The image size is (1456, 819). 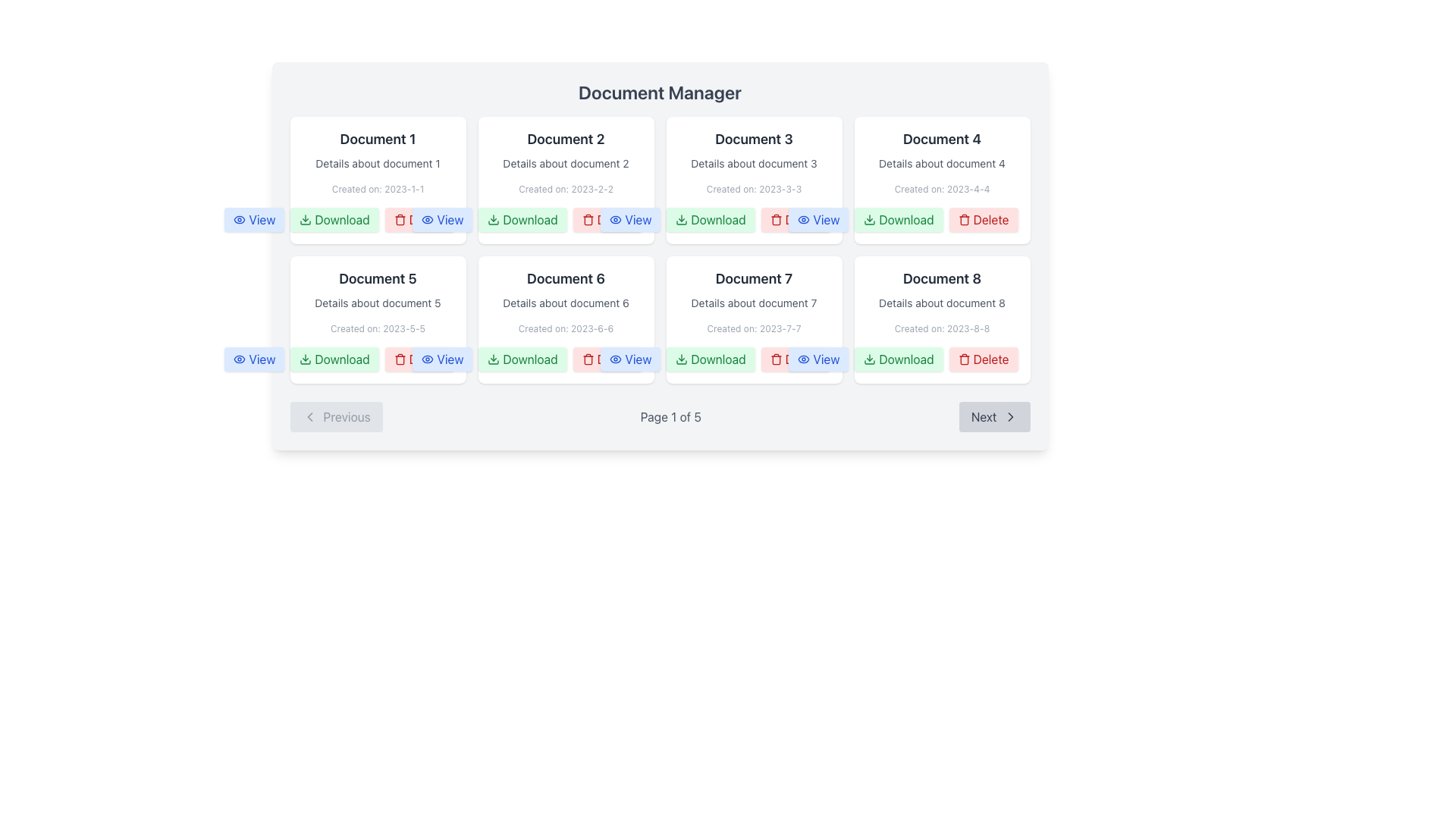 I want to click on the 'View' button with a light blue background and dark blue text in the bottom left corner of the 'Document 5' card, so click(x=255, y=359).